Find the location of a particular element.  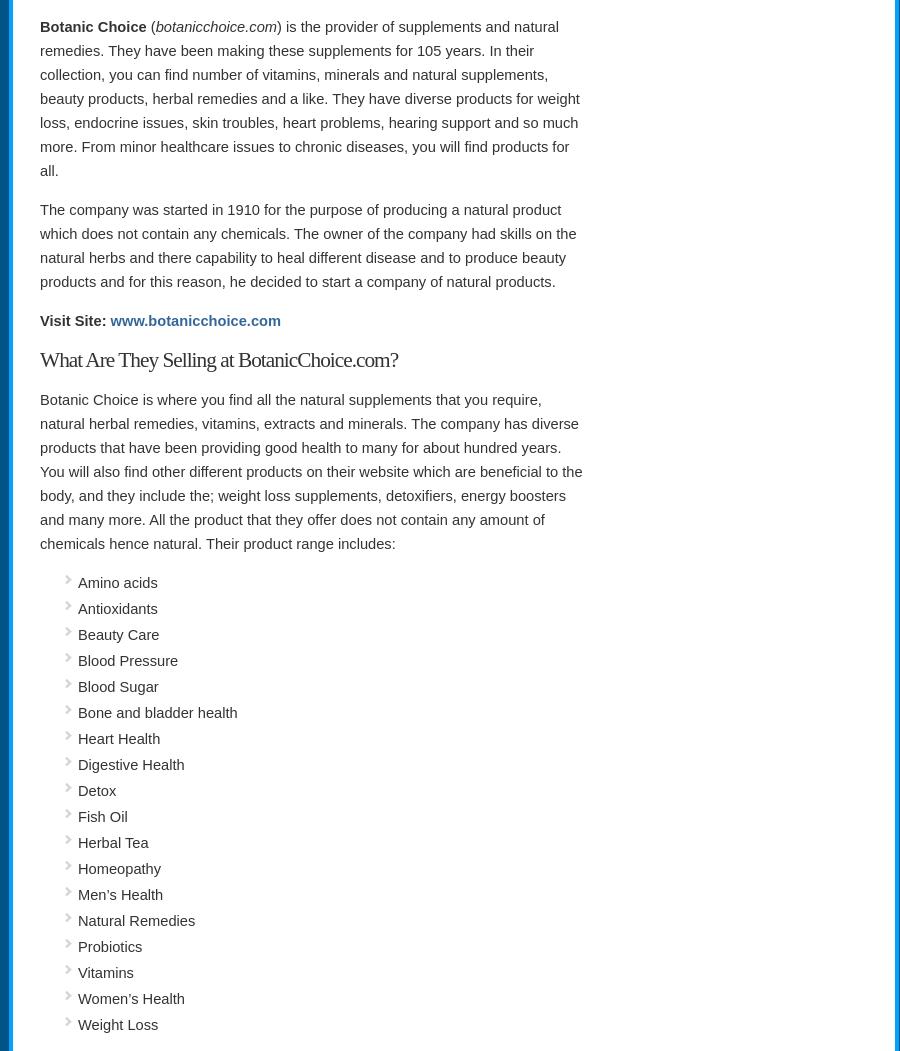

'Amino acids' is located at coordinates (77, 582).